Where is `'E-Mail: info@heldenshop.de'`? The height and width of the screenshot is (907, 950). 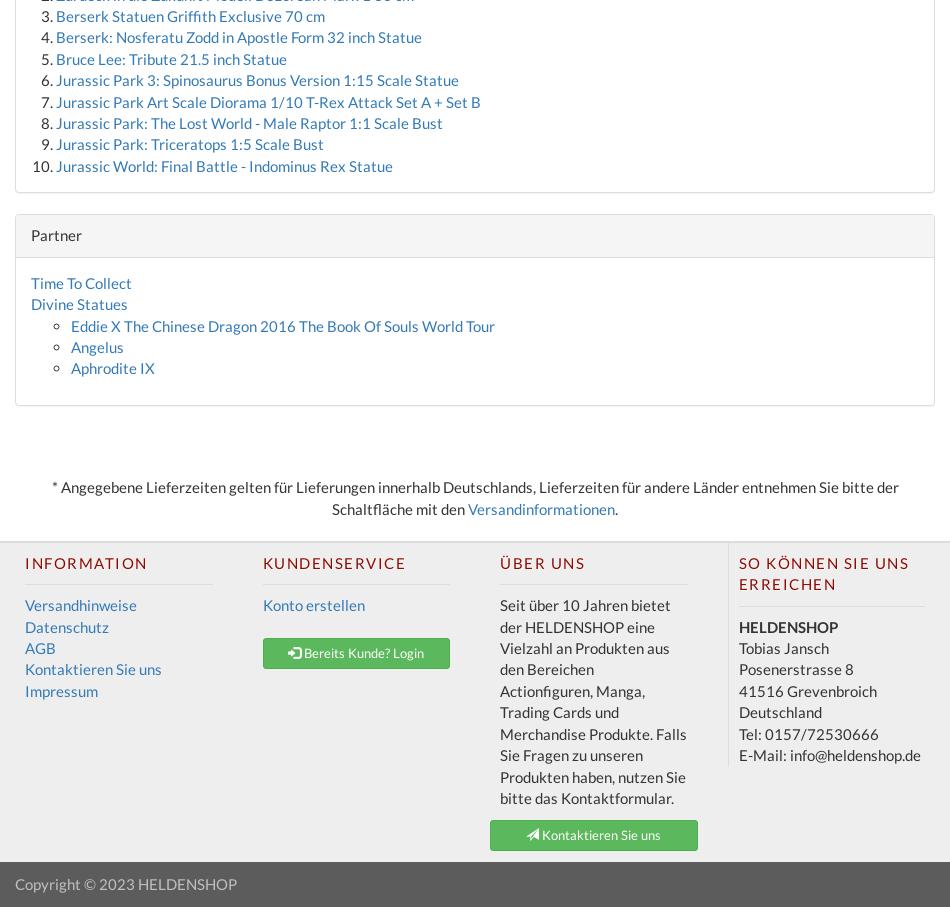
'E-Mail: info@heldenshop.de' is located at coordinates (827, 753).